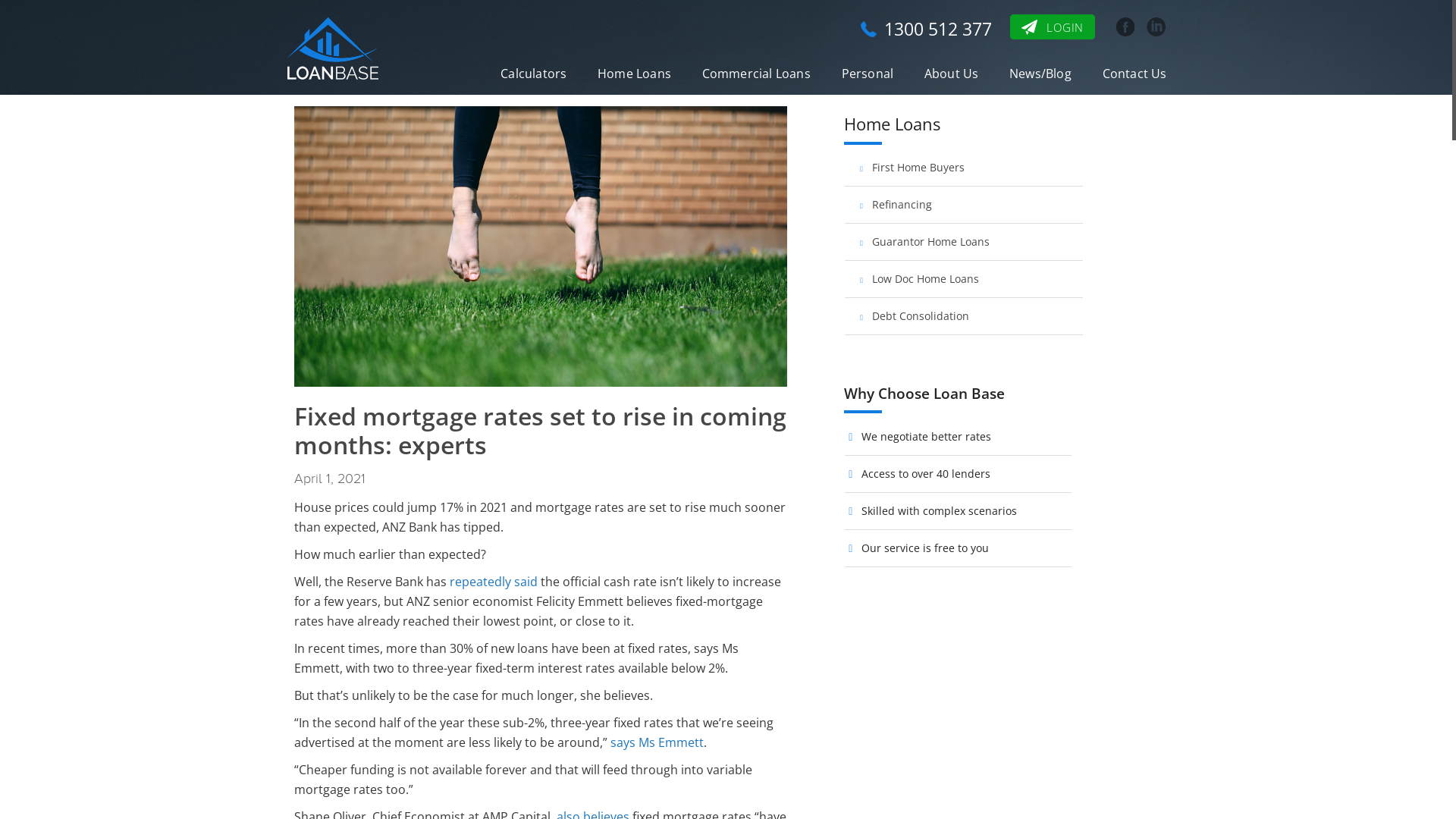  What do you see at coordinates (962, 279) in the screenshot?
I see `'Low Doc Home Loans'` at bounding box center [962, 279].